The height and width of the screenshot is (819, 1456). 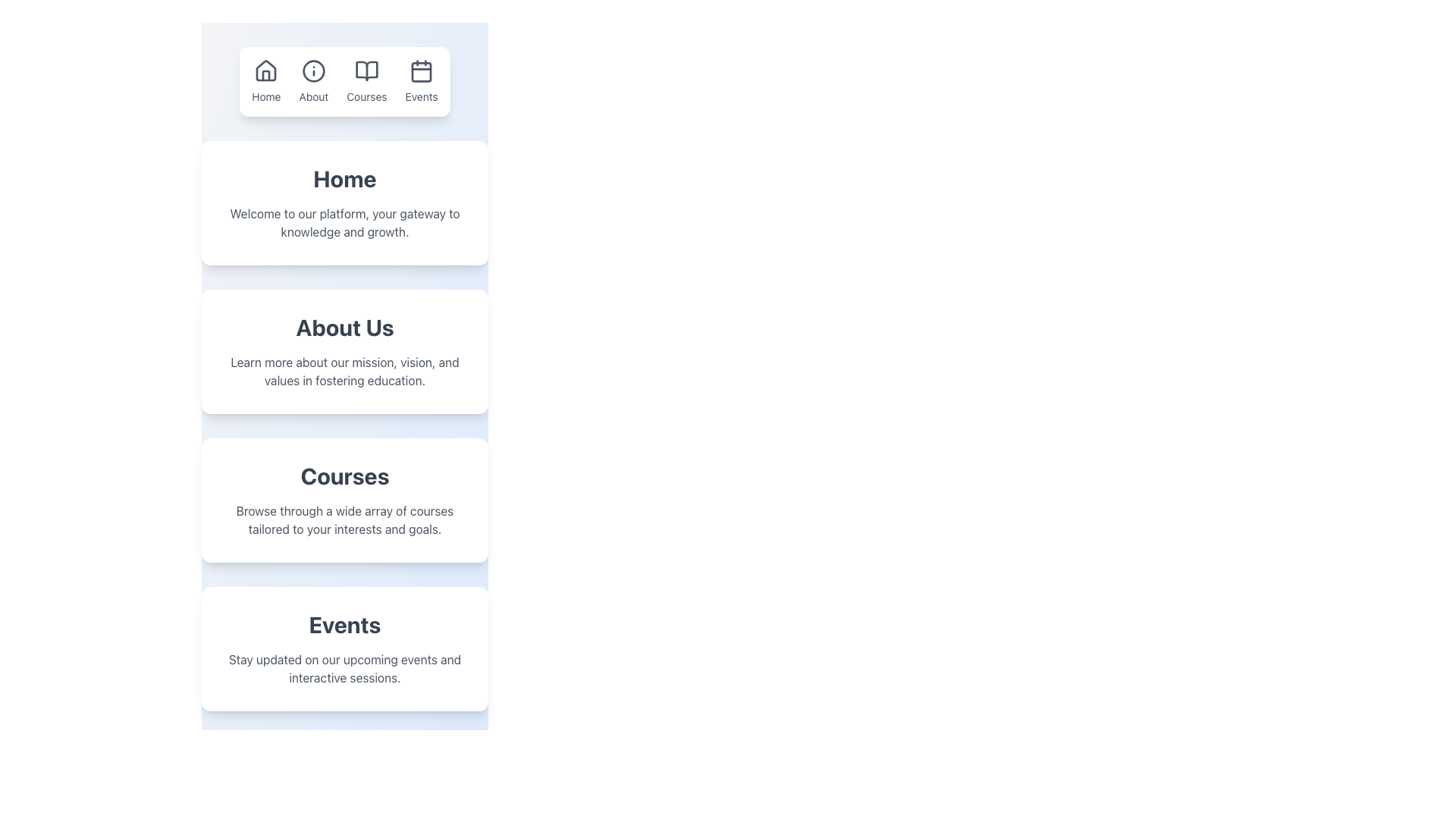 I want to click on the 'Courses' link in the navigation bar, which features a line-art open book icon above the text in a small sans-serif font, so click(x=366, y=82).